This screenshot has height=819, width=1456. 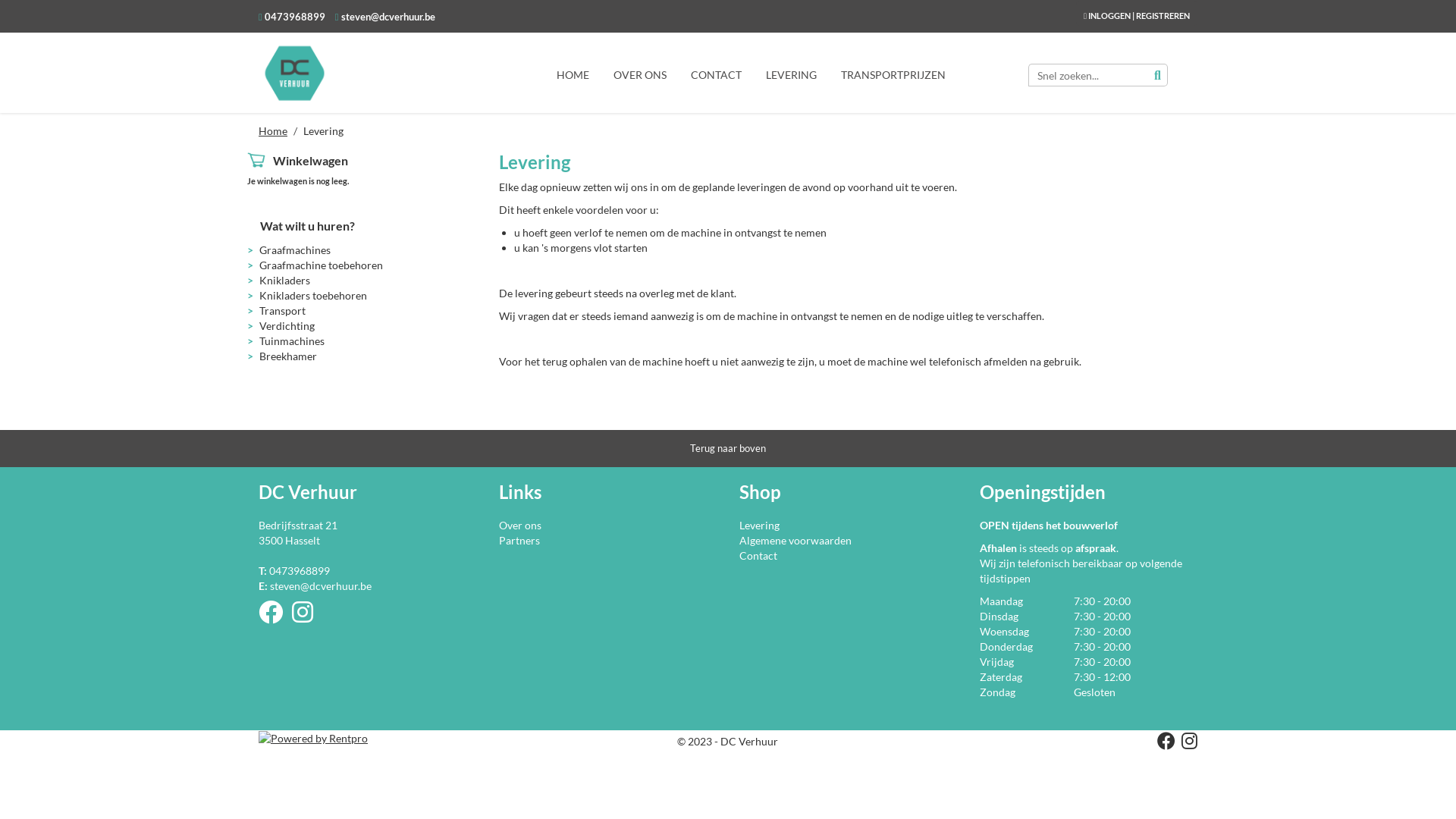 What do you see at coordinates (829, 74) in the screenshot?
I see `'TRANSPORTPRIJZEN'` at bounding box center [829, 74].